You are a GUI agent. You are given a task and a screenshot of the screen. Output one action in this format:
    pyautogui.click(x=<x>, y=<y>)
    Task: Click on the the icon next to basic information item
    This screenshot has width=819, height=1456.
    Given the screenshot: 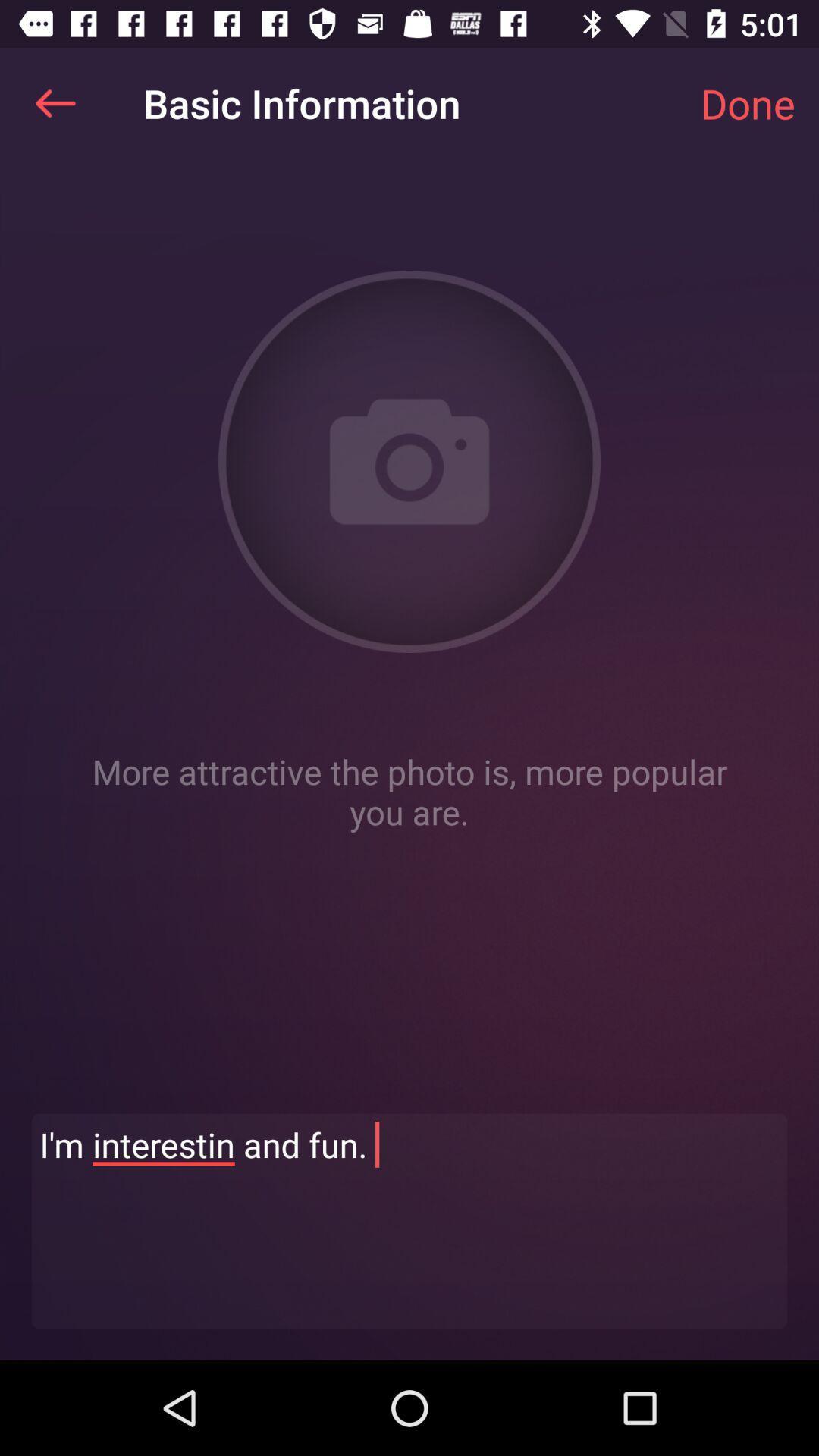 What is the action you would take?
    pyautogui.click(x=55, y=102)
    